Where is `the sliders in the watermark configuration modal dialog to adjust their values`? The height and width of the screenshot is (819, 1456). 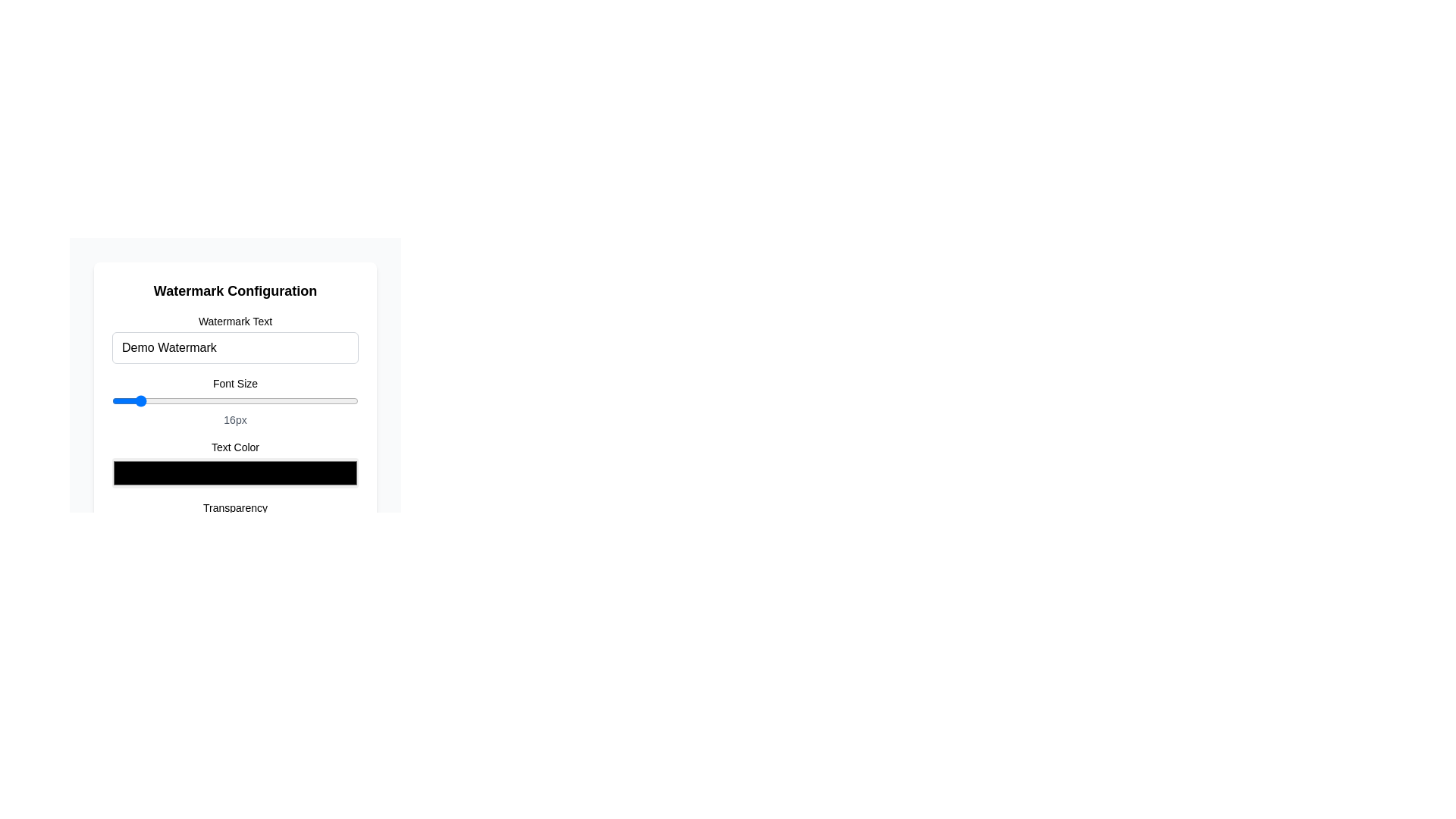
the sliders in the watermark configuration modal dialog to adjust their values is located at coordinates (234, 366).